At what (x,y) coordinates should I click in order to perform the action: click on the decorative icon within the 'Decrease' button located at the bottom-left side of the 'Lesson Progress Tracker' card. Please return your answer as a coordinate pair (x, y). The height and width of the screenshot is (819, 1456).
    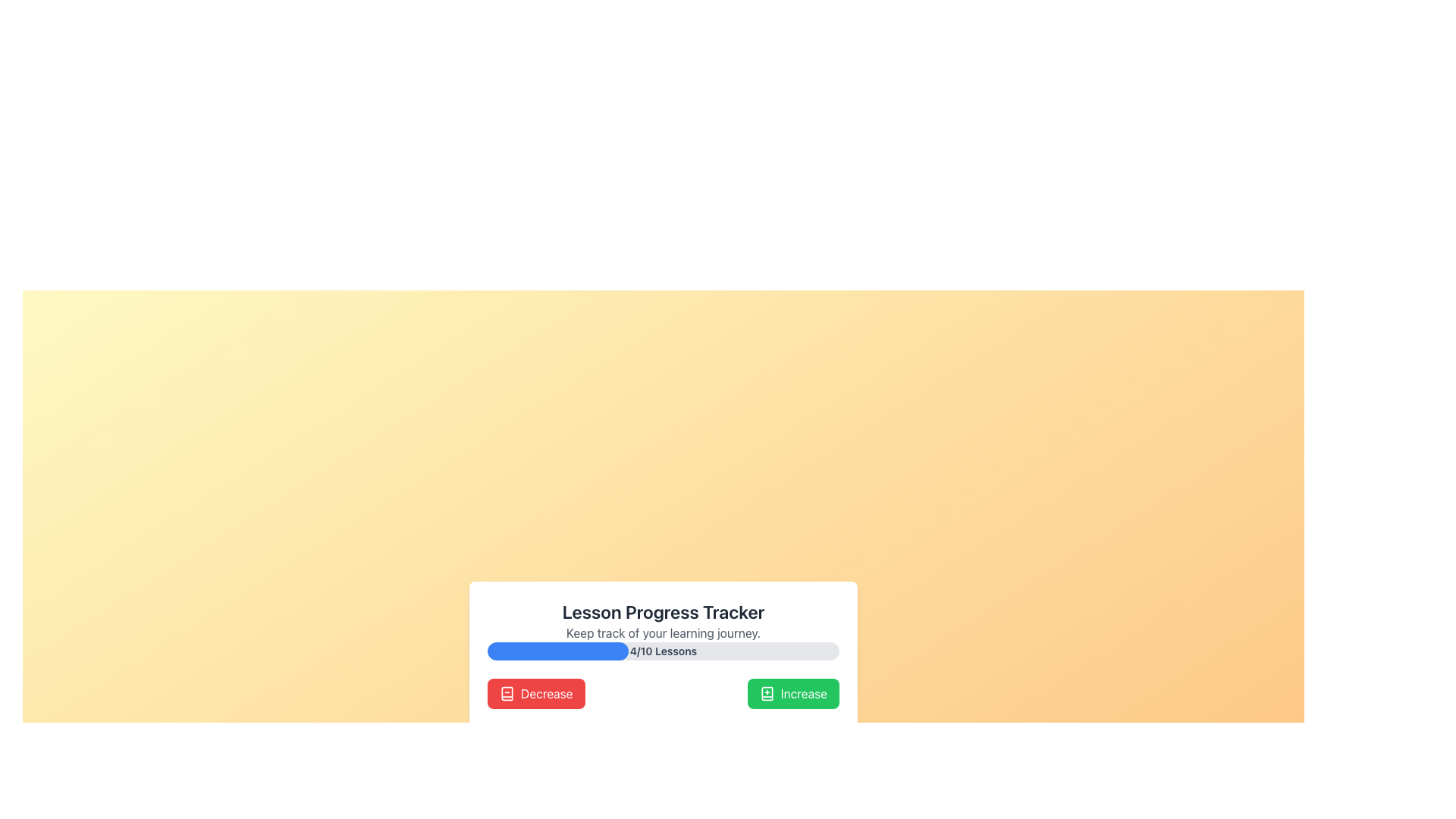
    Looking at the image, I should click on (507, 693).